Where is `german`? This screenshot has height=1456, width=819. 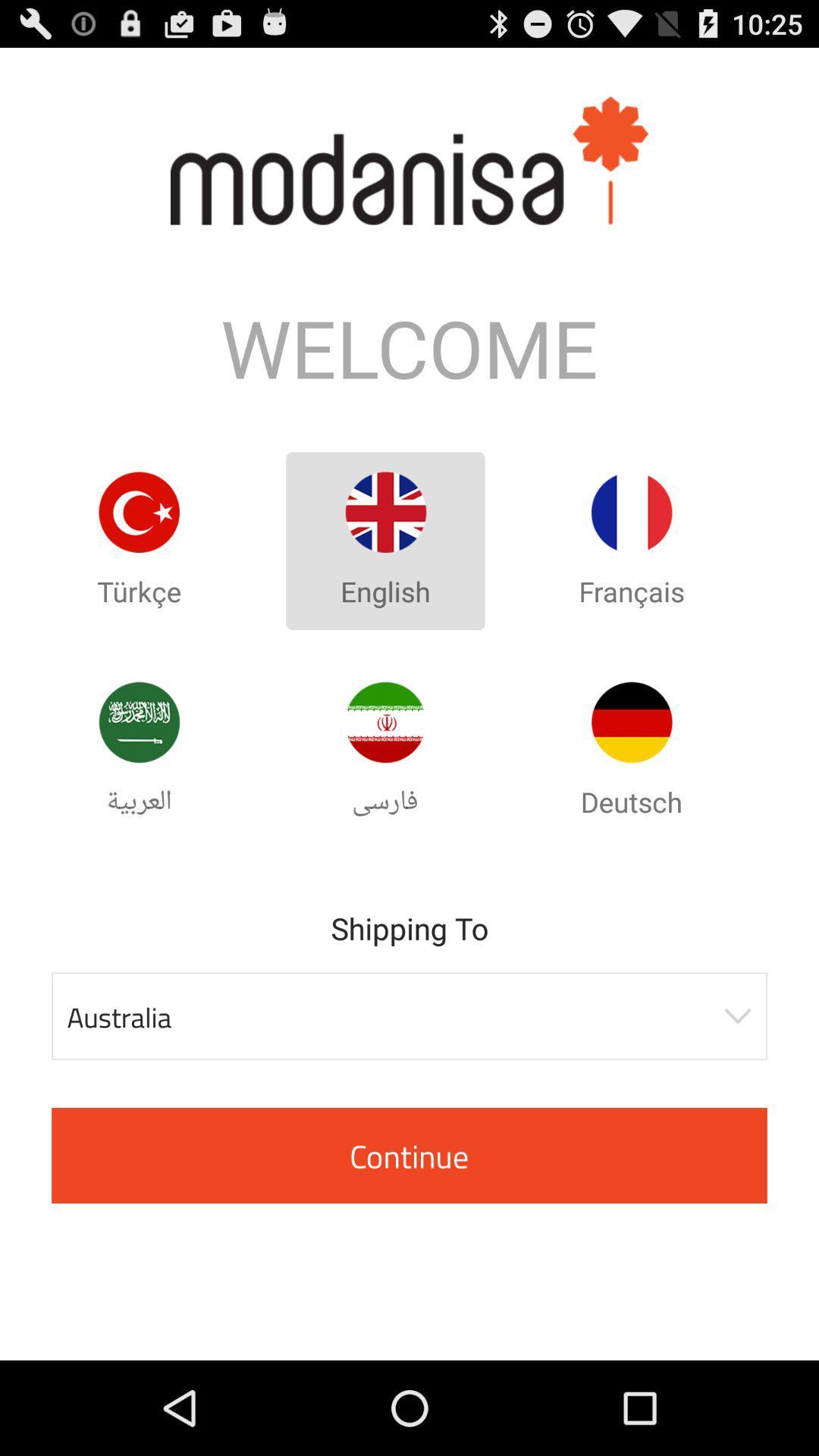
german is located at coordinates (632, 721).